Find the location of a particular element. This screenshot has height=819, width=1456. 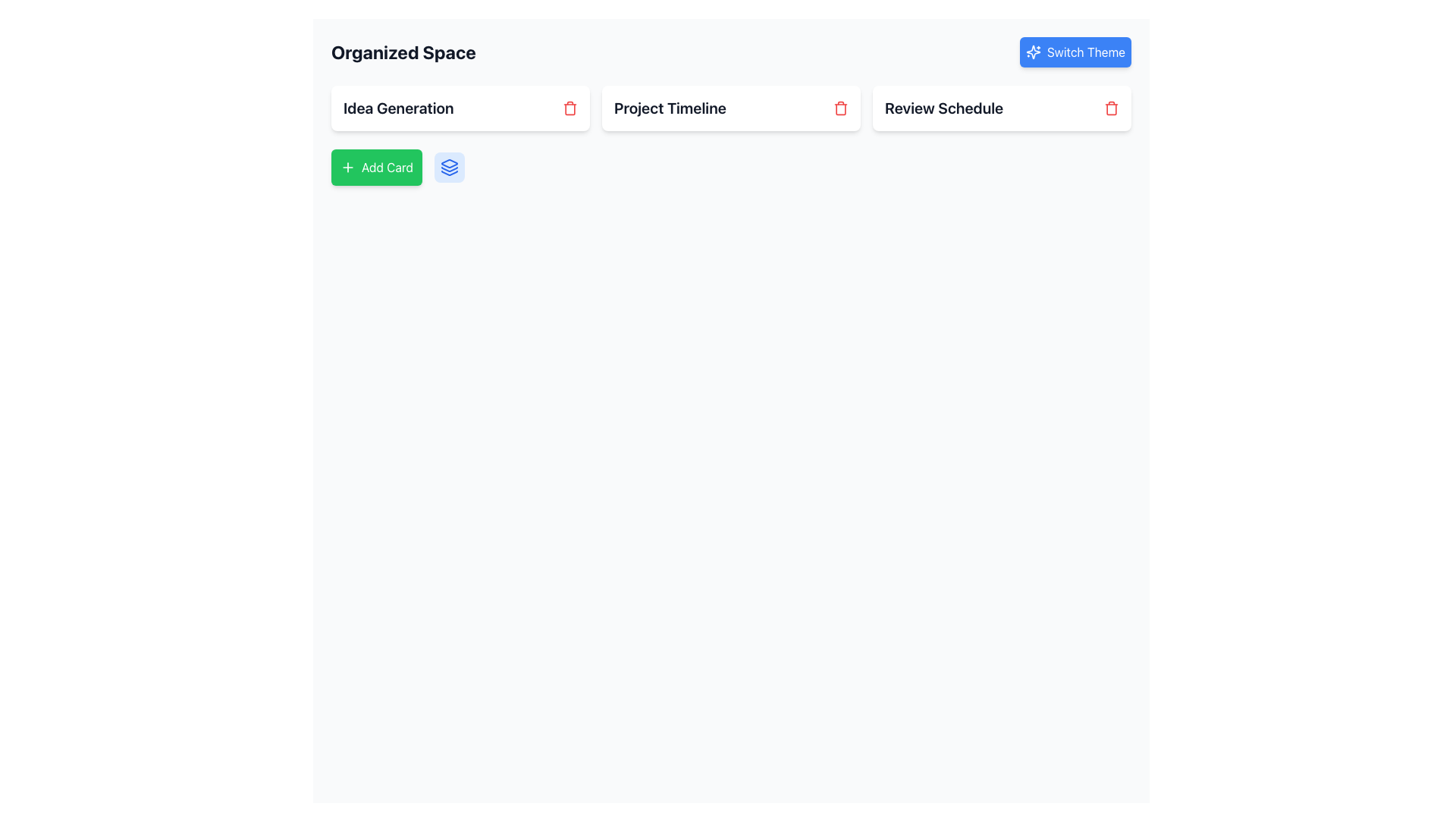

to select the 'Project Timeline' card element, which features a bold title and a red delete icon, positioned in the middle of a horizontally aligned grid of containers is located at coordinates (731, 107).